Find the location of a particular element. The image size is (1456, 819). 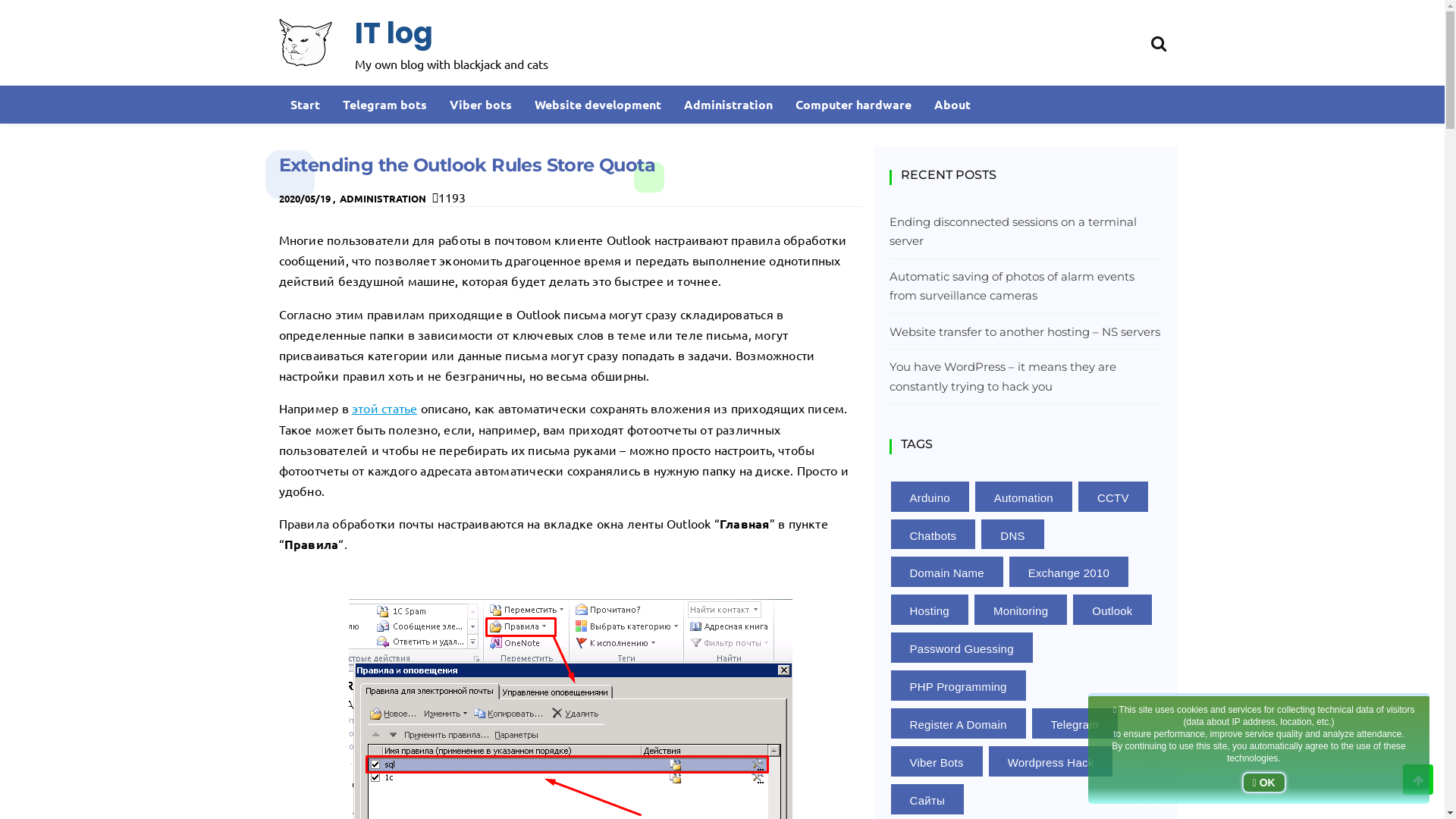

'Password Guessing' is located at coordinates (890, 647).